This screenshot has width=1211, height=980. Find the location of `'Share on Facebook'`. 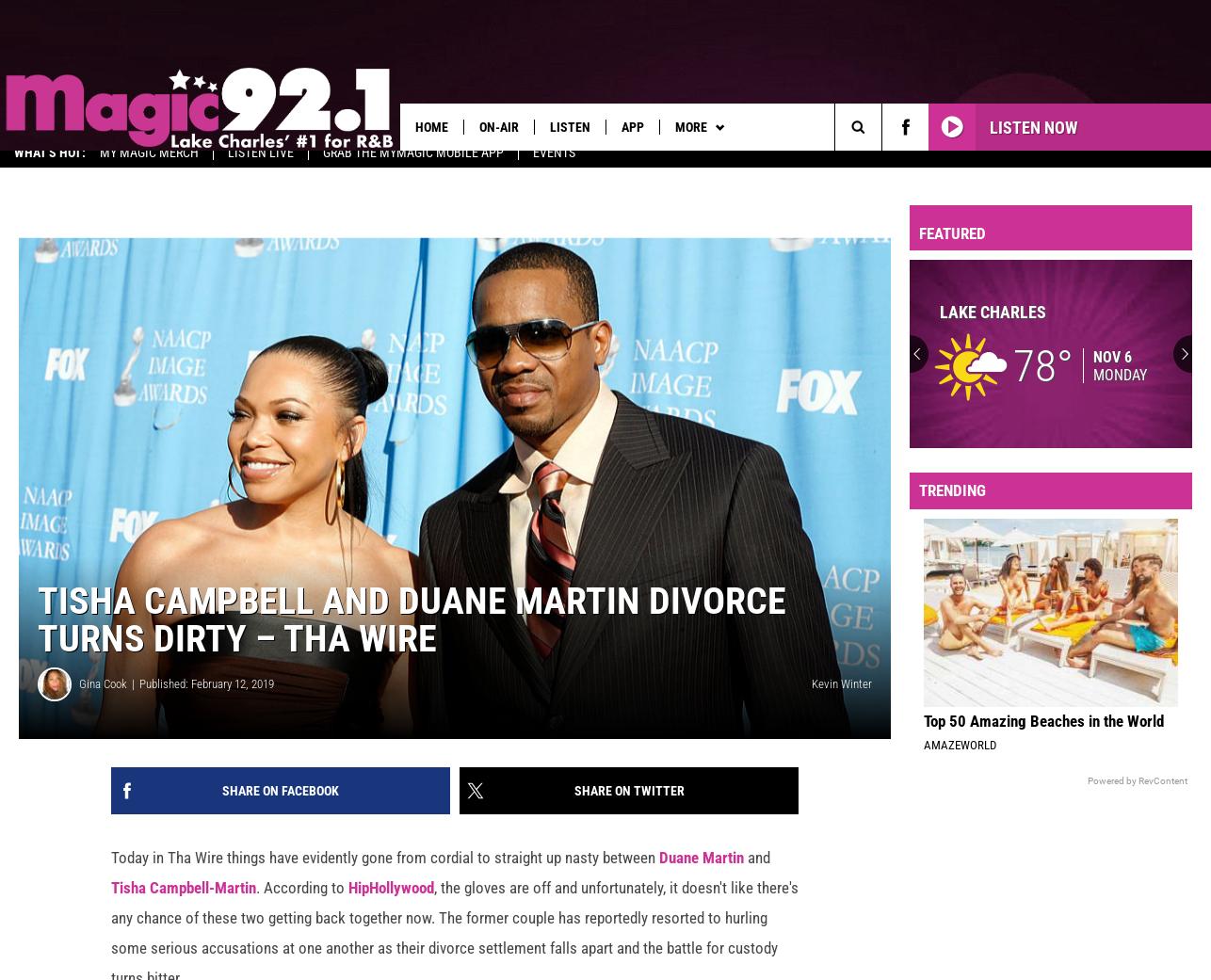

'Share on Facebook' is located at coordinates (280, 803).